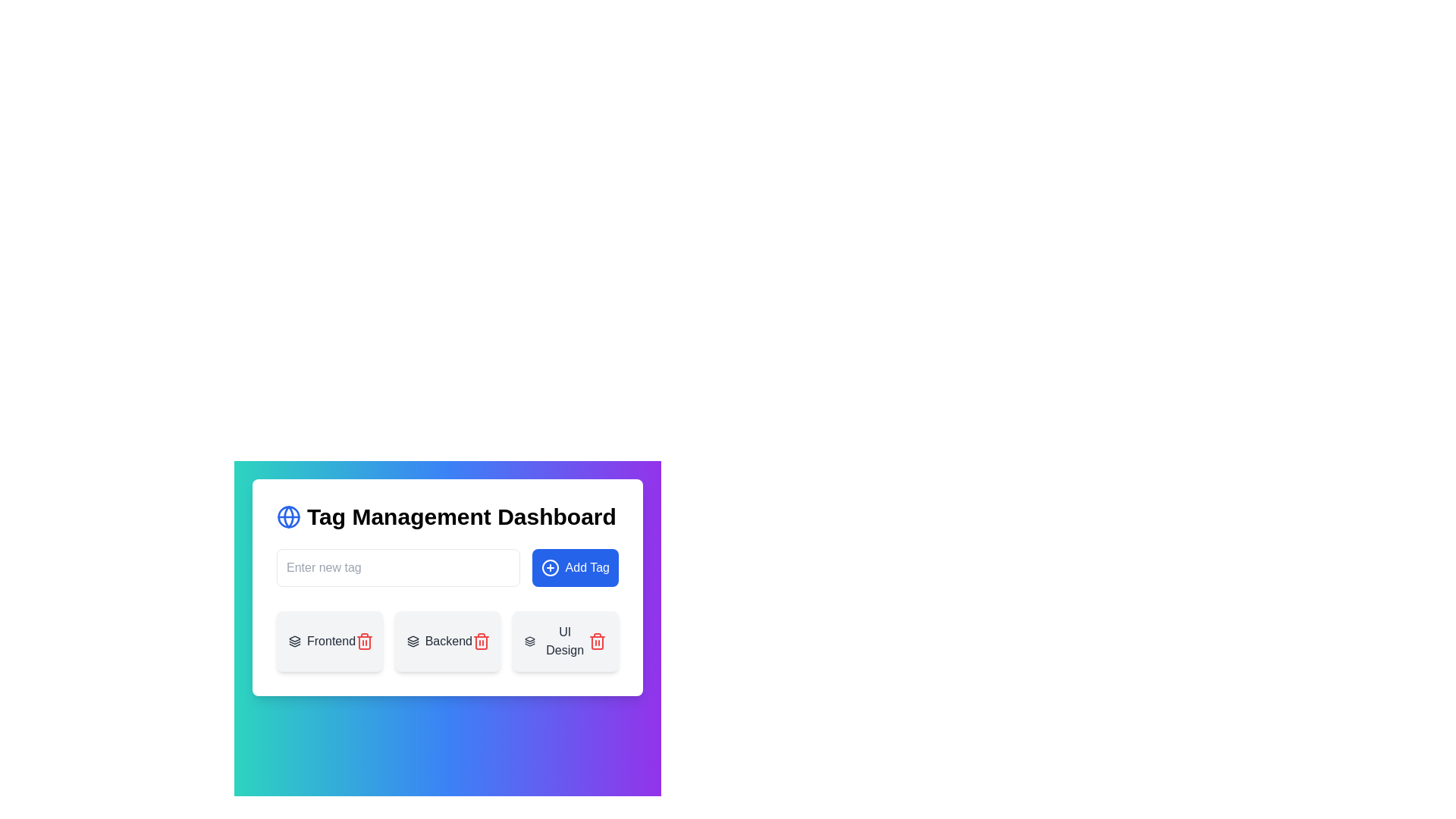 This screenshot has width=1456, height=819. Describe the element at coordinates (288, 516) in the screenshot. I see `the decorative icon located in the top-left corner of the 'Tag Management Dashboard' section, adjacent to its heading` at that location.